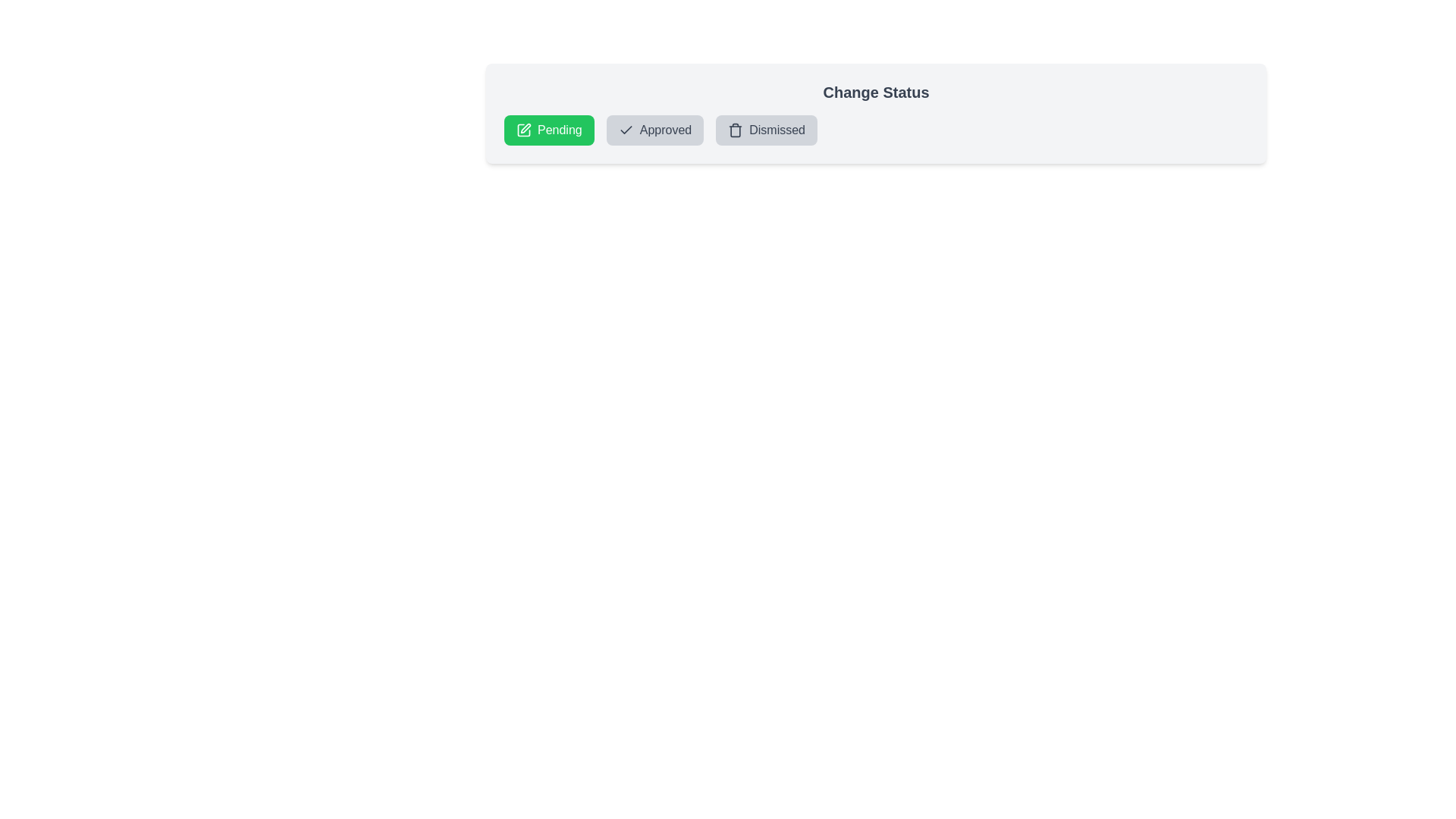 The height and width of the screenshot is (819, 1456). Describe the element at coordinates (655, 130) in the screenshot. I see `the status chip labeled 'Approved' to observe its hover effect` at that location.